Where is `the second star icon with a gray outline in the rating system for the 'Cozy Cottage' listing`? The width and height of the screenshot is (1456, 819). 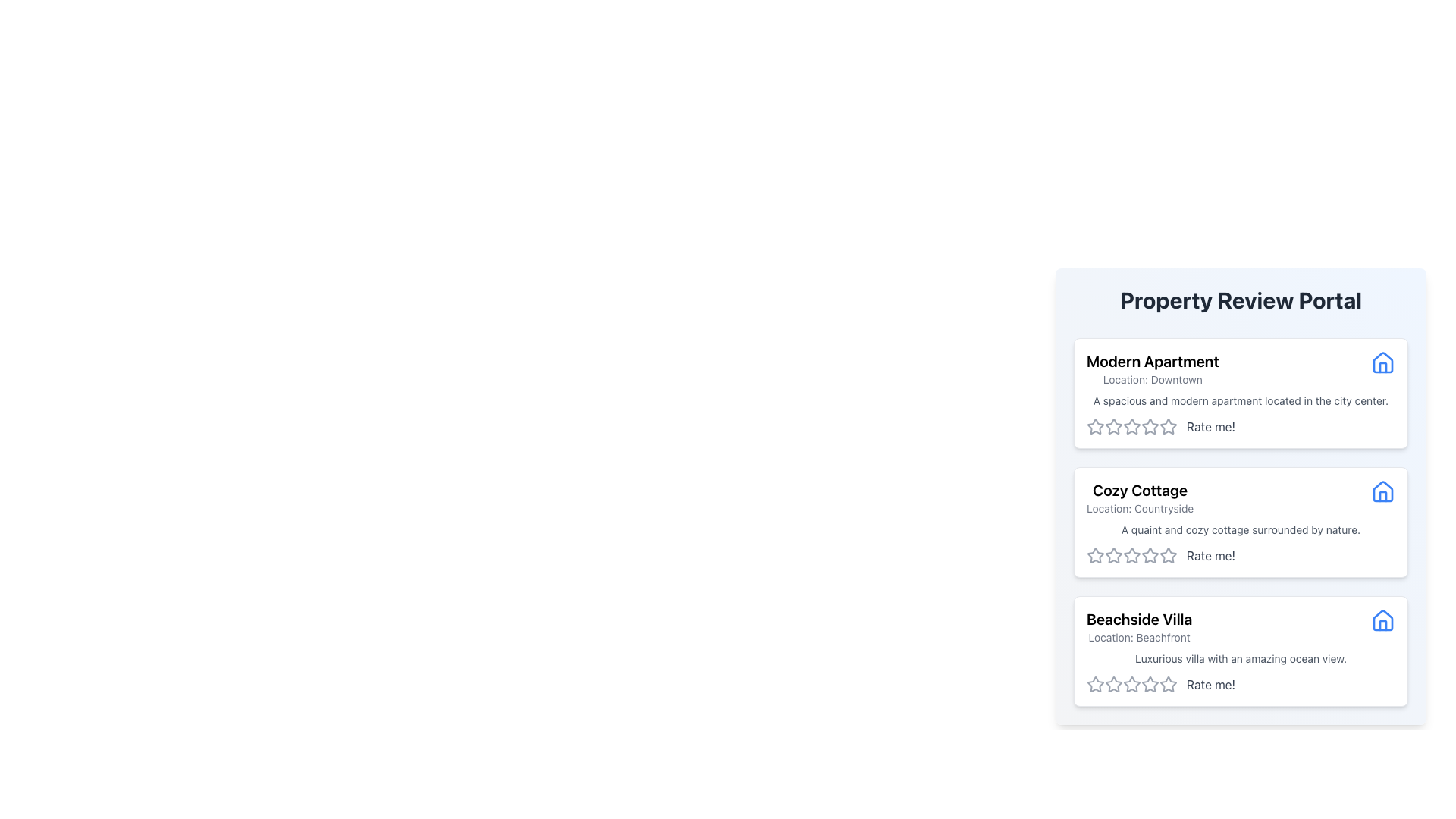
the second star icon with a gray outline in the rating system for the 'Cozy Cottage' listing is located at coordinates (1131, 555).